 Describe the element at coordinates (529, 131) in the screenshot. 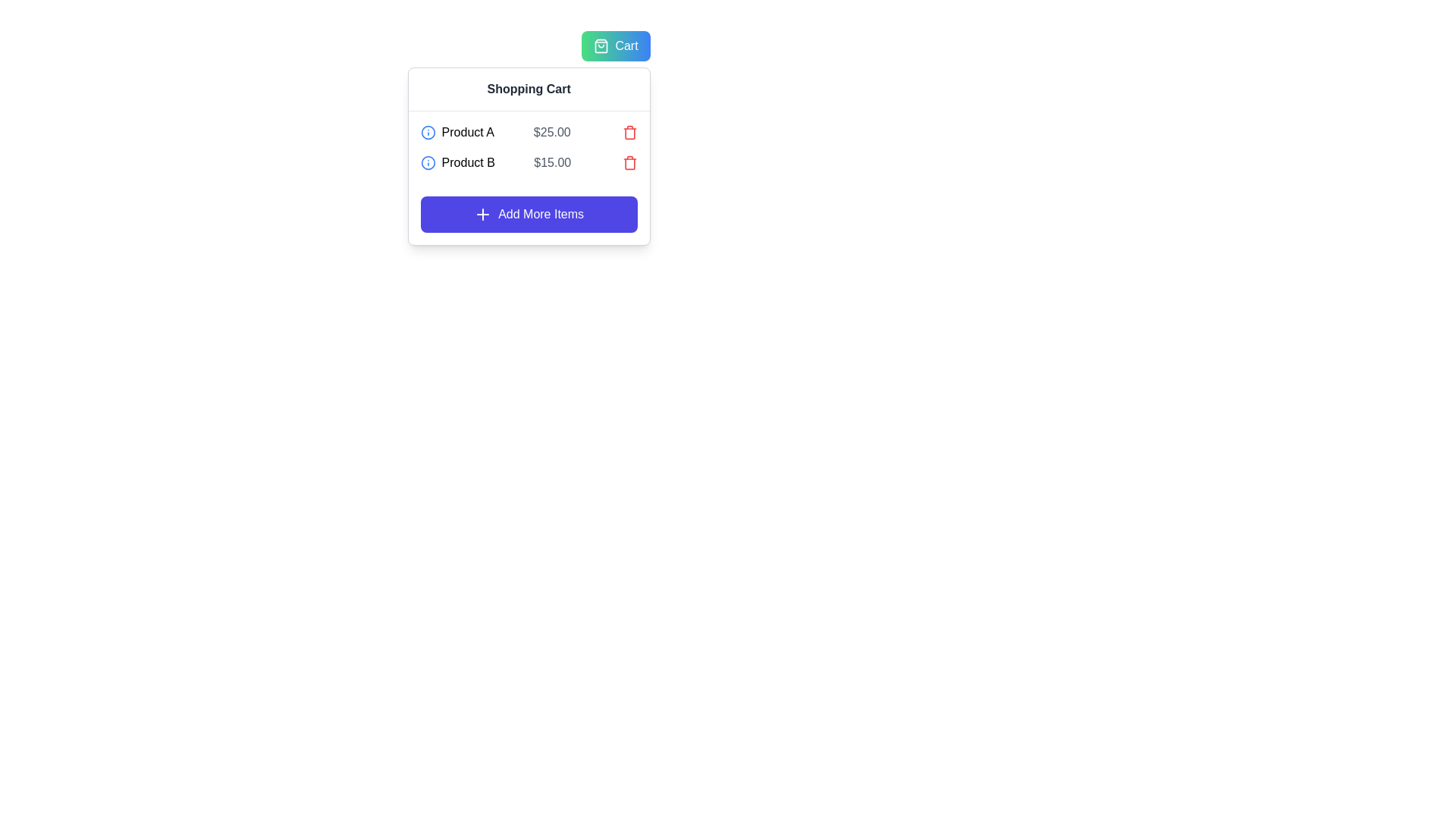

I see `the first row of the shopping cart list item displaying 'Product A' priced at $25.00` at that location.